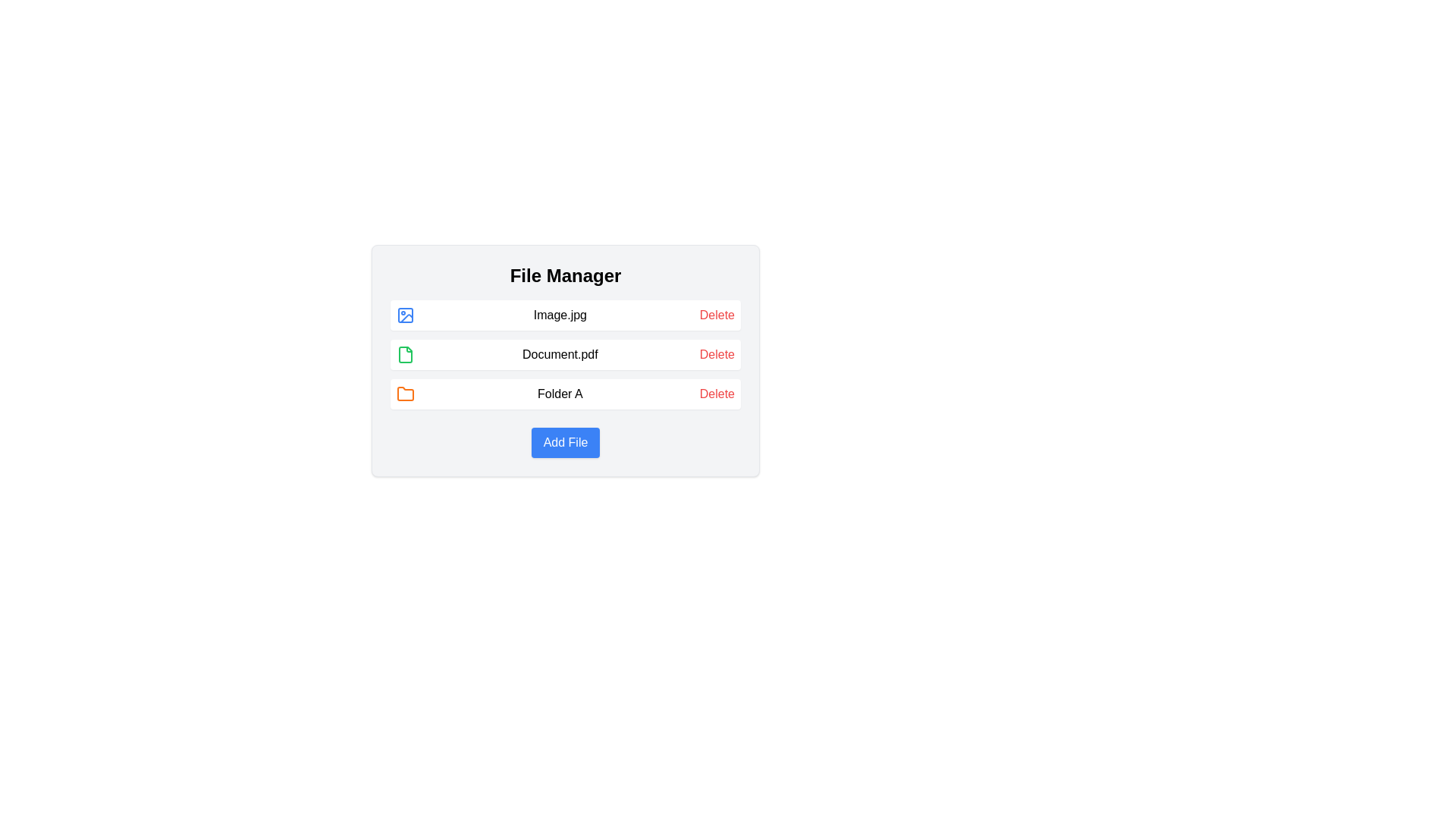 This screenshot has height=819, width=1456. Describe the element at coordinates (405, 393) in the screenshot. I see `the orange folder icon located to the left of the text 'Folder A' in the file manager interface` at that location.